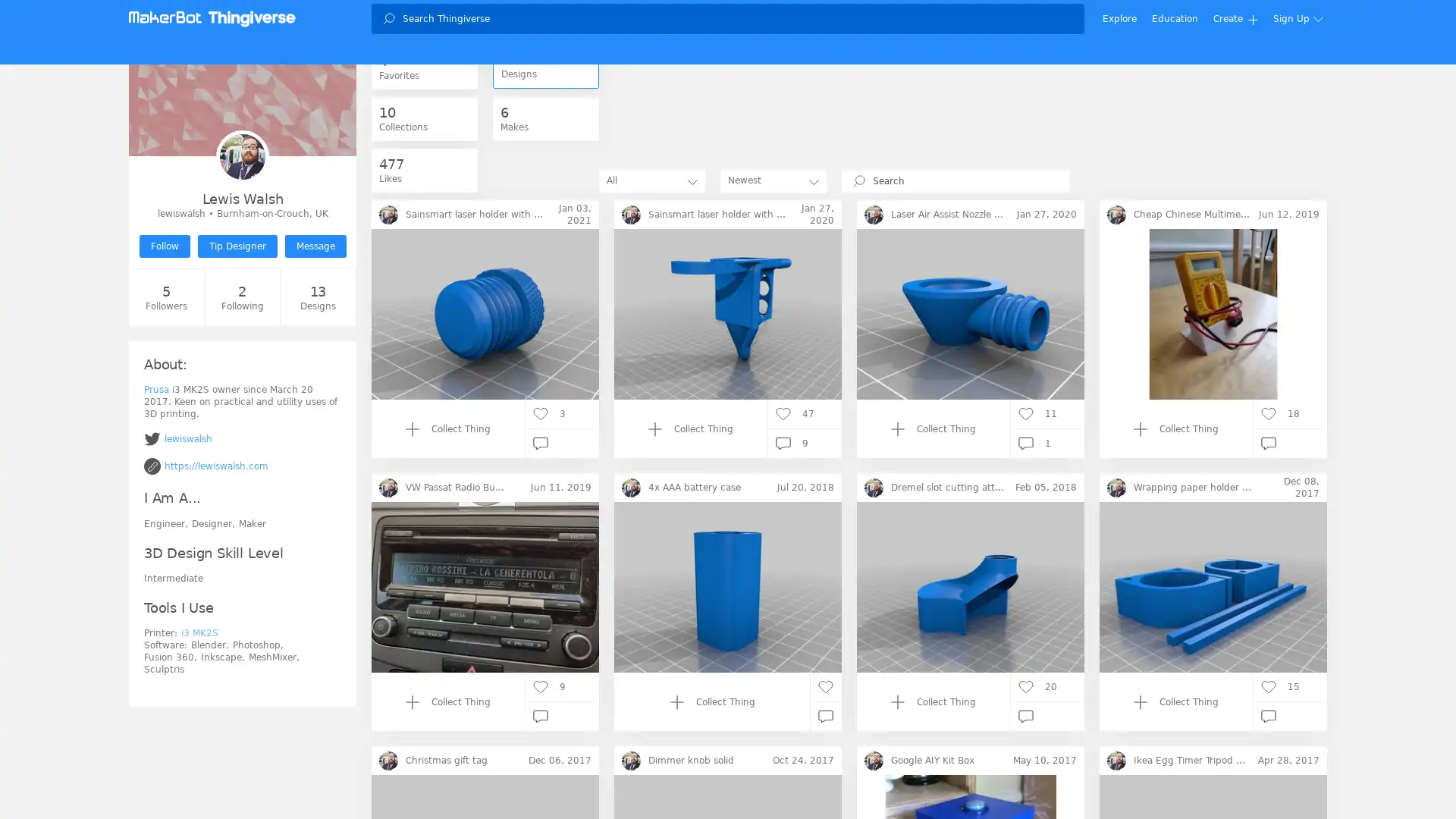 This screenshot has width=1456, height=819. Describe the element at coordinates (1235, 18) in the screenshot. I see `Create` at that location.